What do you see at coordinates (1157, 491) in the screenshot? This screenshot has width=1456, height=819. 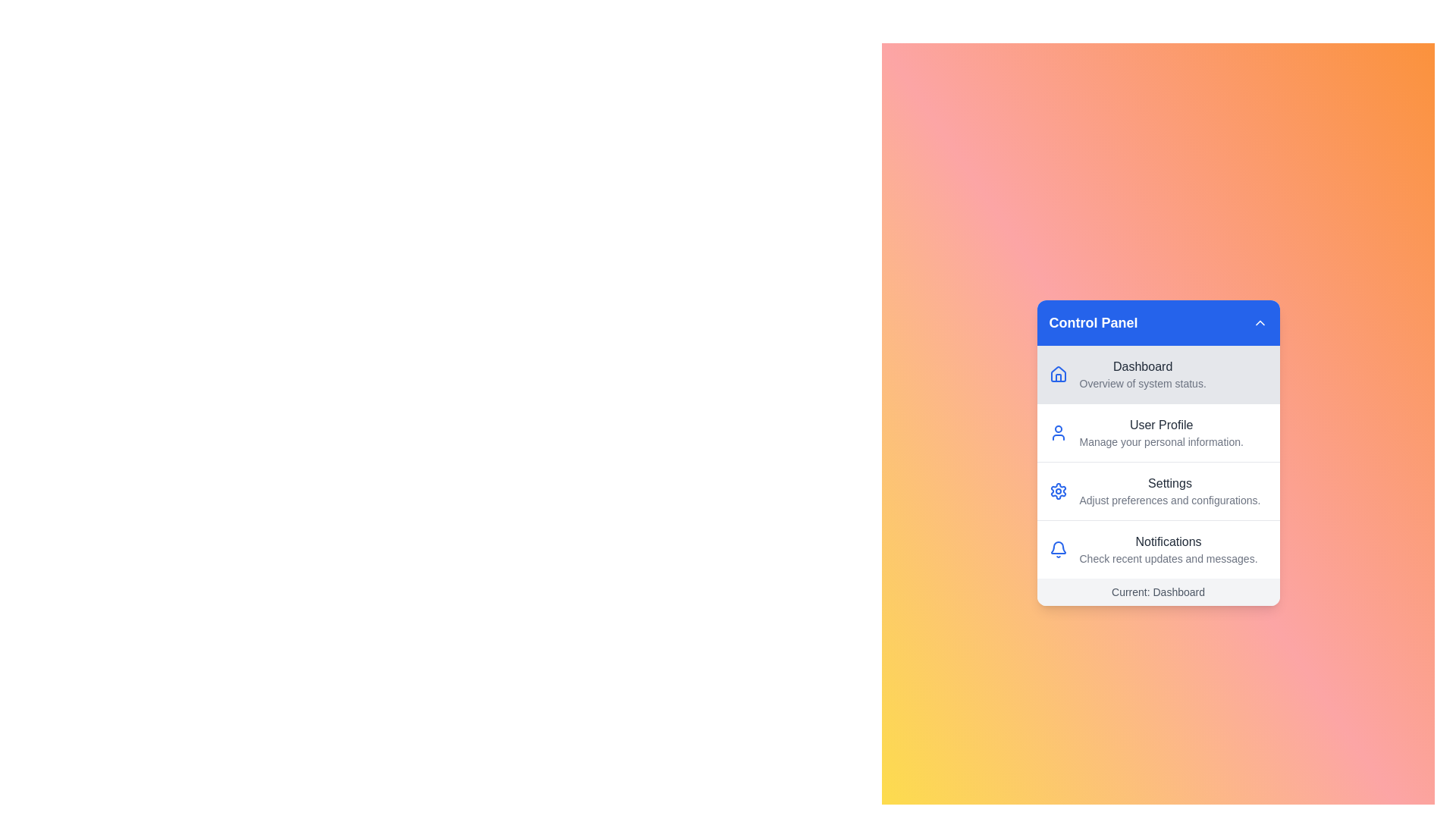 I see `the menu item Settings to make it active` at bounding box center [1157, 491].